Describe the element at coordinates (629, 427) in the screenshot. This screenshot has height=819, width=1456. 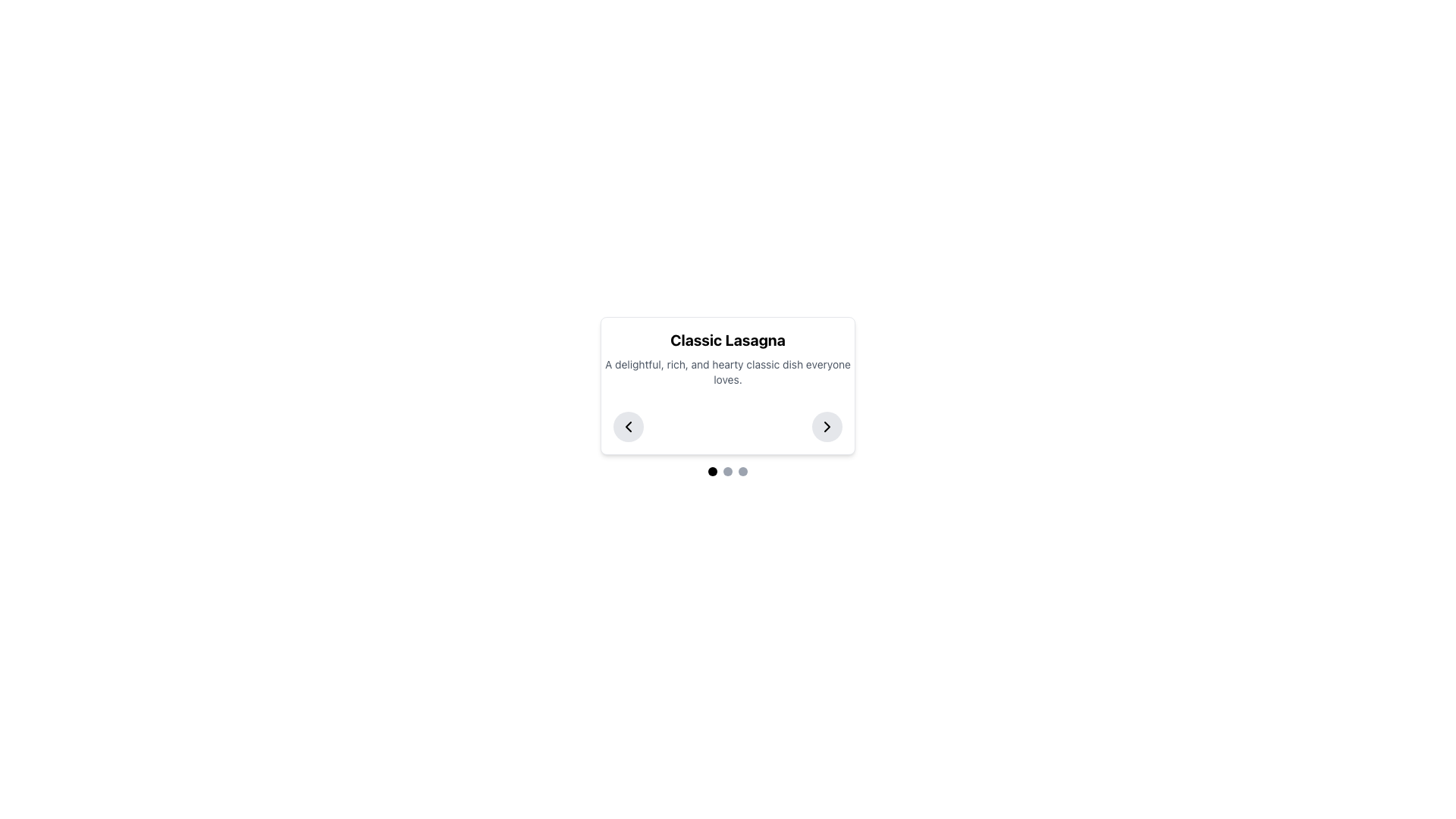
I see `the circular button containing the left-pointing arrow icon located at the bottom left corner of the card interface` at that location.